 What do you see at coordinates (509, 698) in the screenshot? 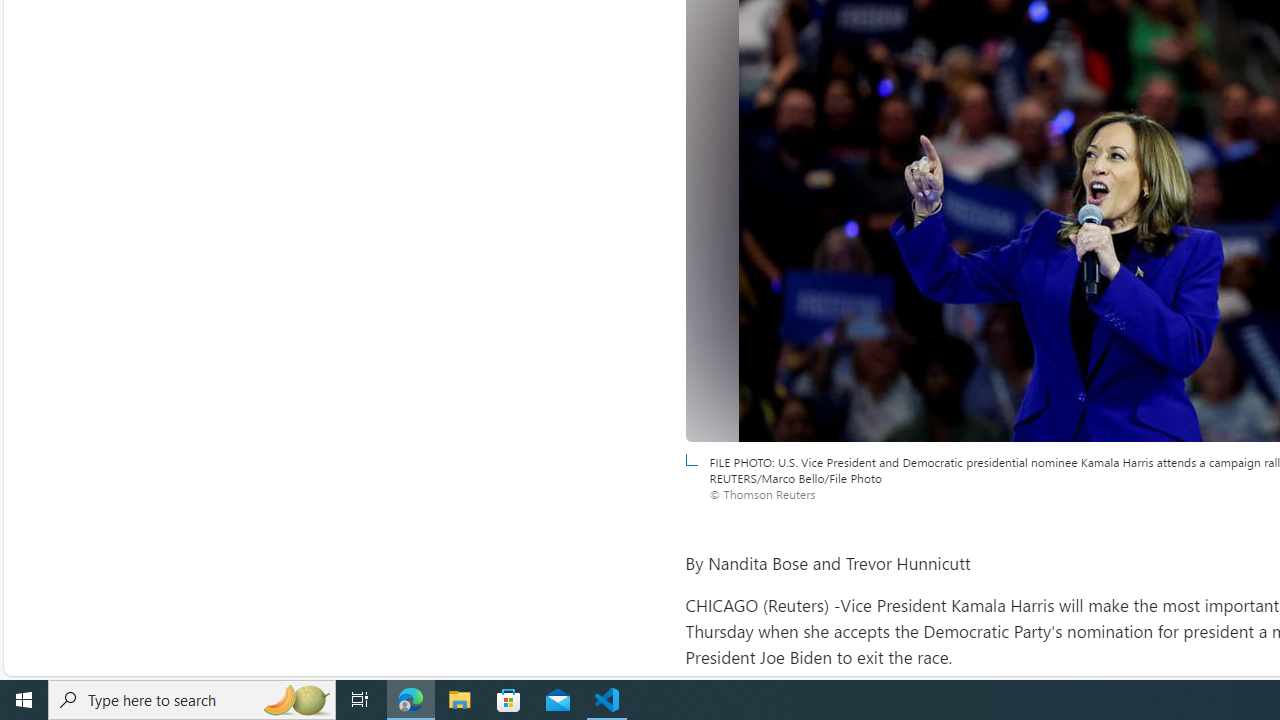
I see `'Microsoft Store'` at bounding box center [509, 698].